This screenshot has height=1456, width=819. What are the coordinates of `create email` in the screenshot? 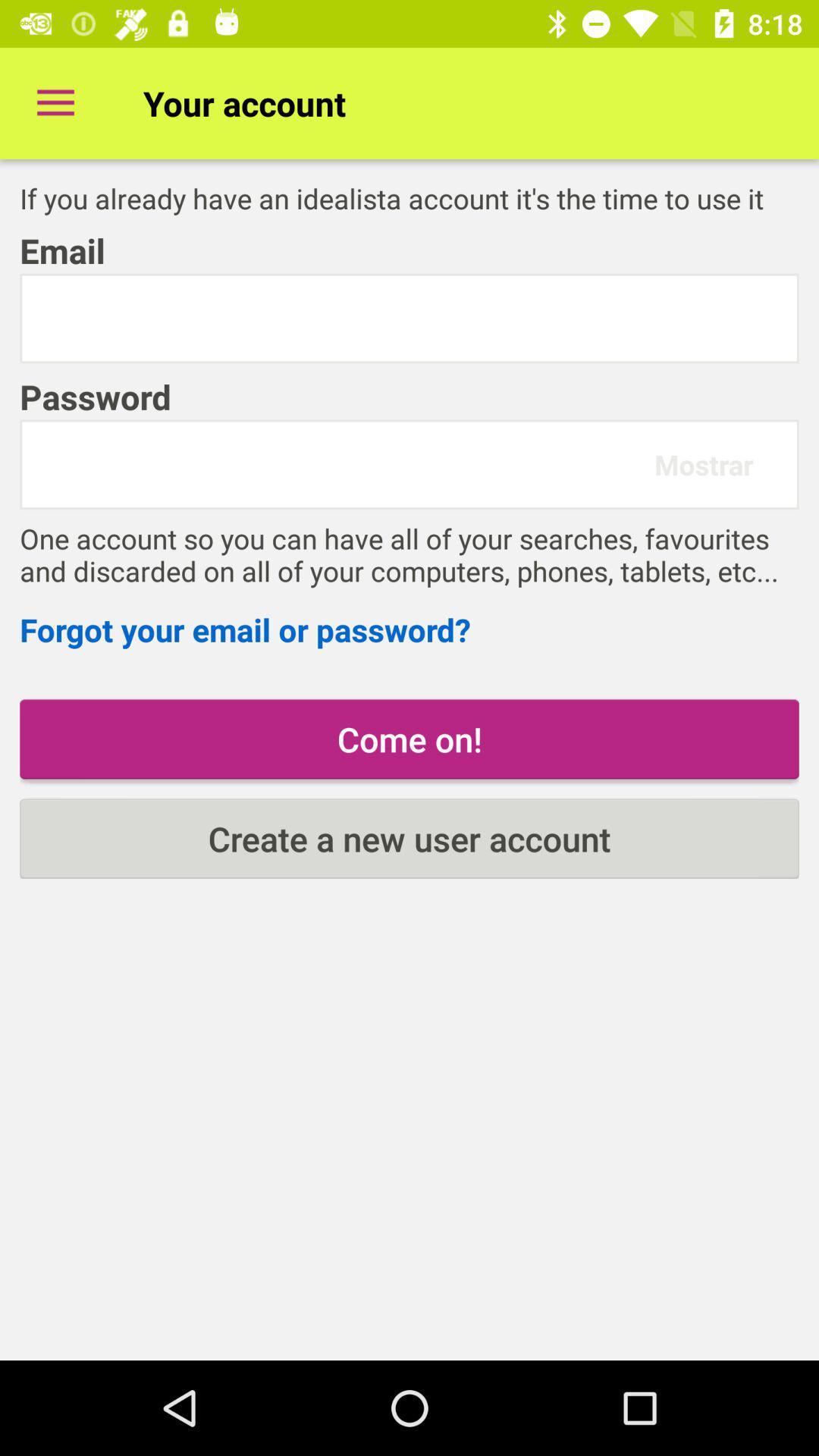 It's located at (409, 318).